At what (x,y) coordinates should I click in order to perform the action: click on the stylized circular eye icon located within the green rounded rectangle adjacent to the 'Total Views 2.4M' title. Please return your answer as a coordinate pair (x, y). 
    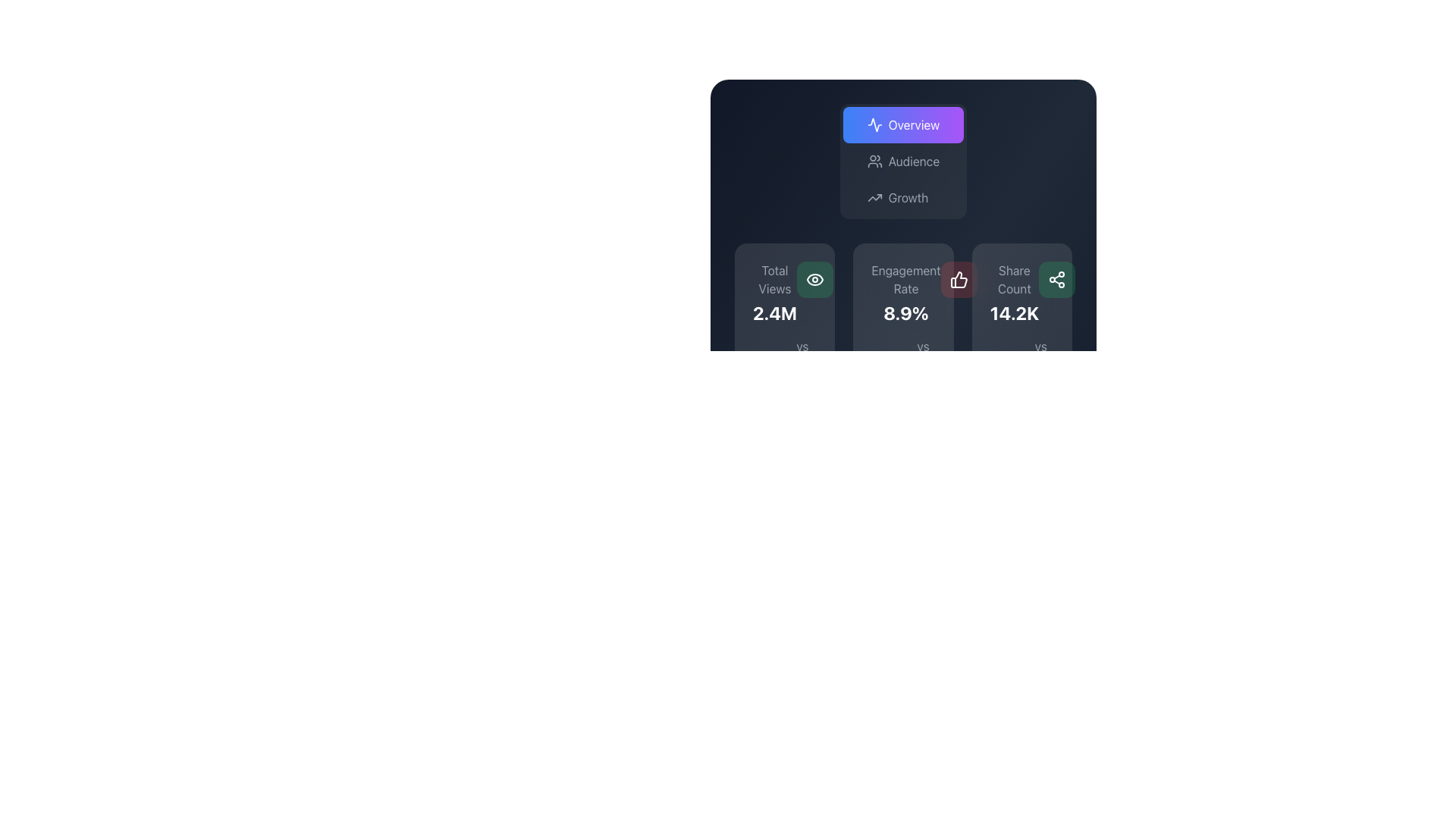
    Looking at the image, I should click on (814, 280).